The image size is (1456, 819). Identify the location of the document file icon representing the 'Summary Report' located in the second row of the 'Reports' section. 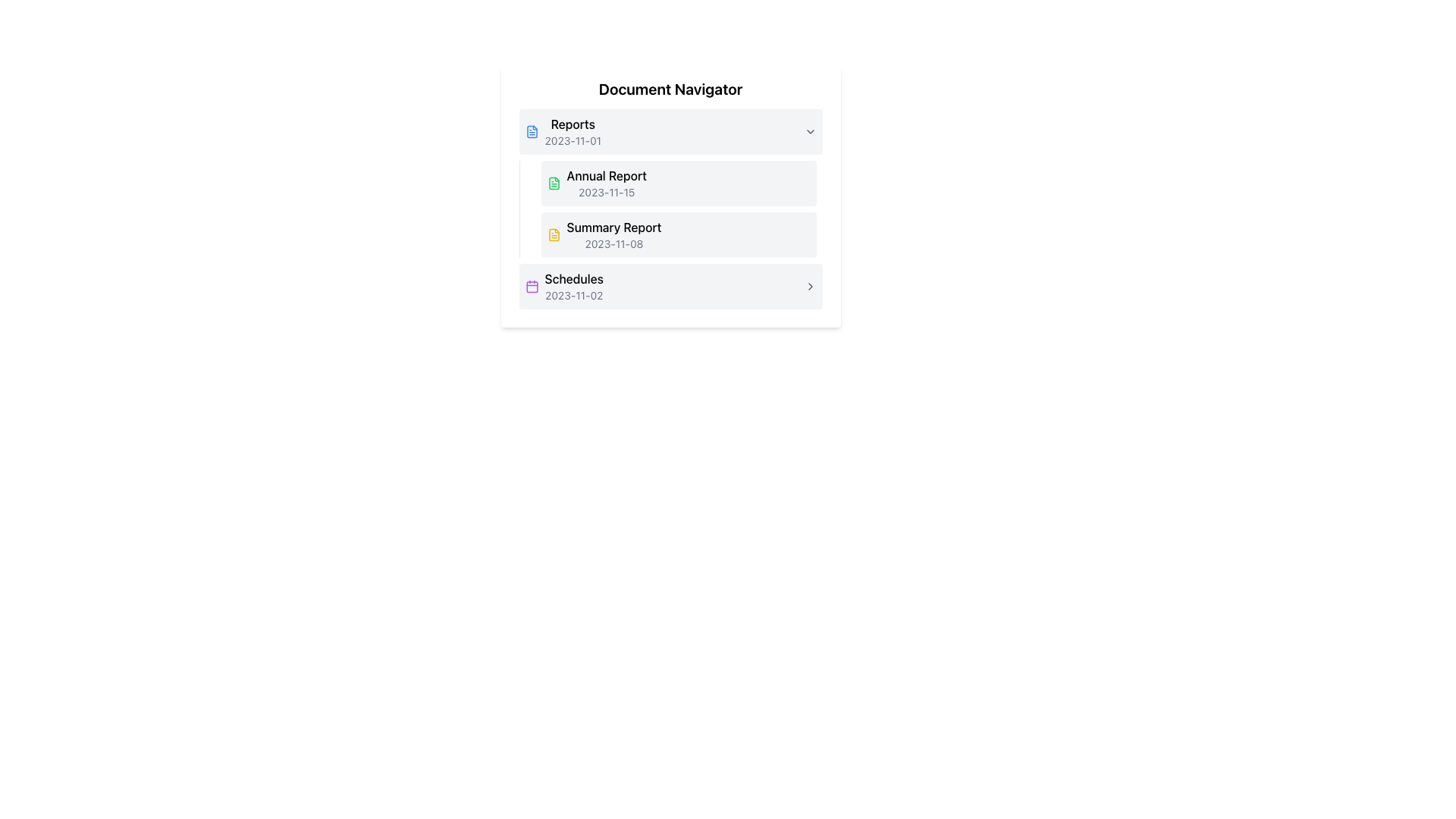
(553, 234).